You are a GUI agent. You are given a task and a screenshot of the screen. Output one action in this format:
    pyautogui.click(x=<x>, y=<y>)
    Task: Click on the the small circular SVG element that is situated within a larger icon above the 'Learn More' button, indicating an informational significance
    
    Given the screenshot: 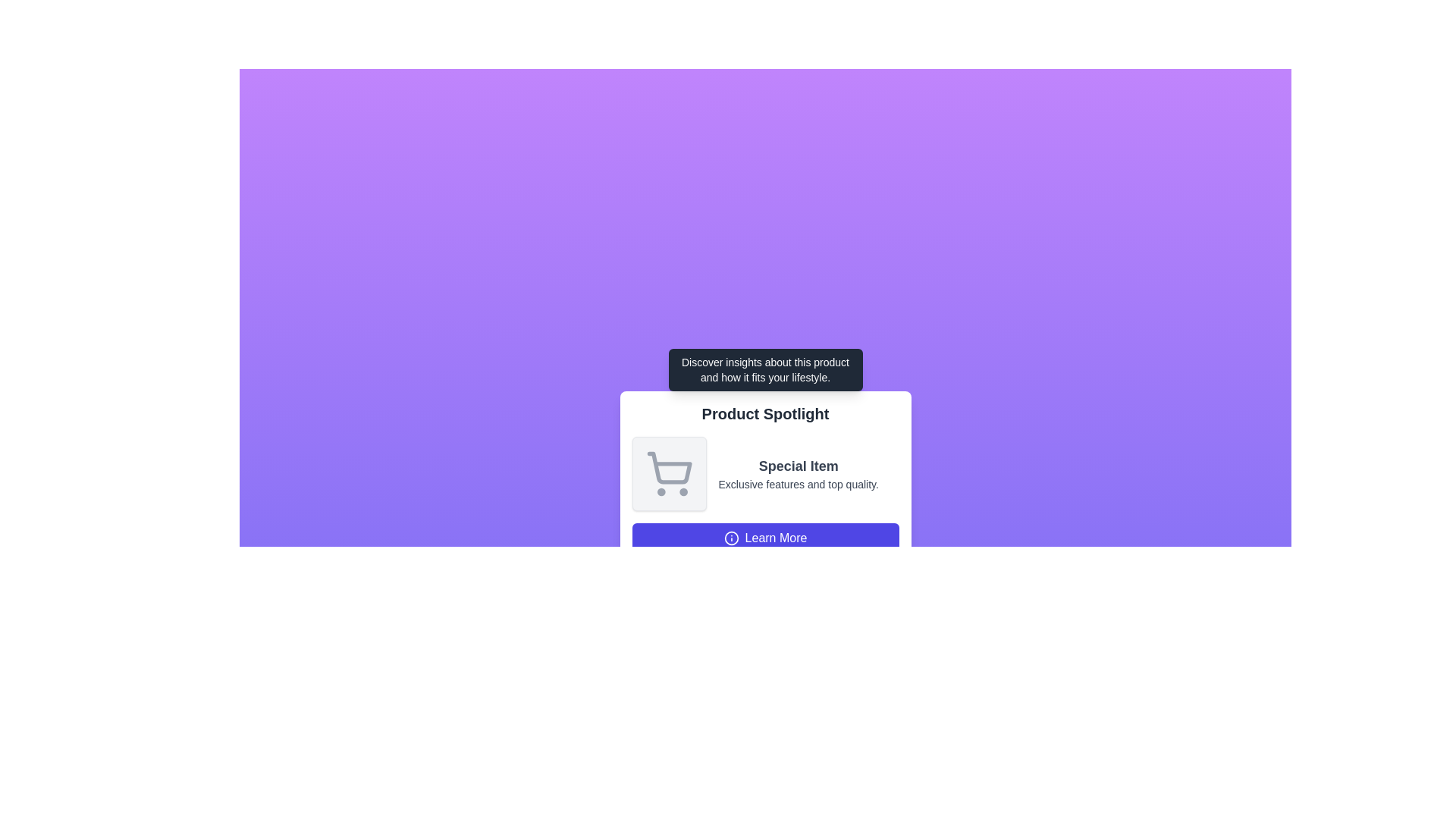 What is the action you would take?
    pyautogui.click(x=731, y=537)
    